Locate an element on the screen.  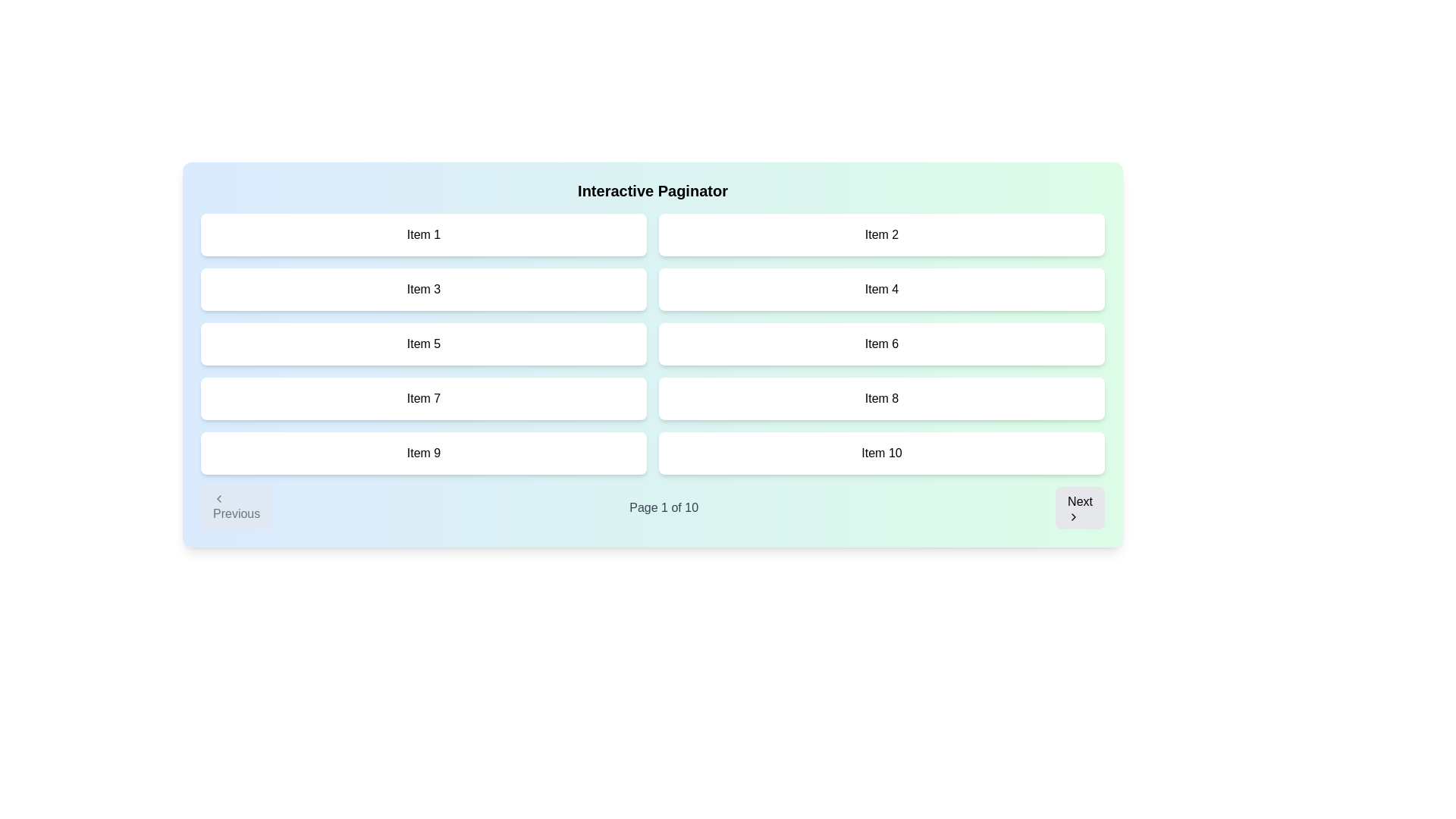
the button located at the bottom left corner of the pagination controls is located at coordinates (236, 508).